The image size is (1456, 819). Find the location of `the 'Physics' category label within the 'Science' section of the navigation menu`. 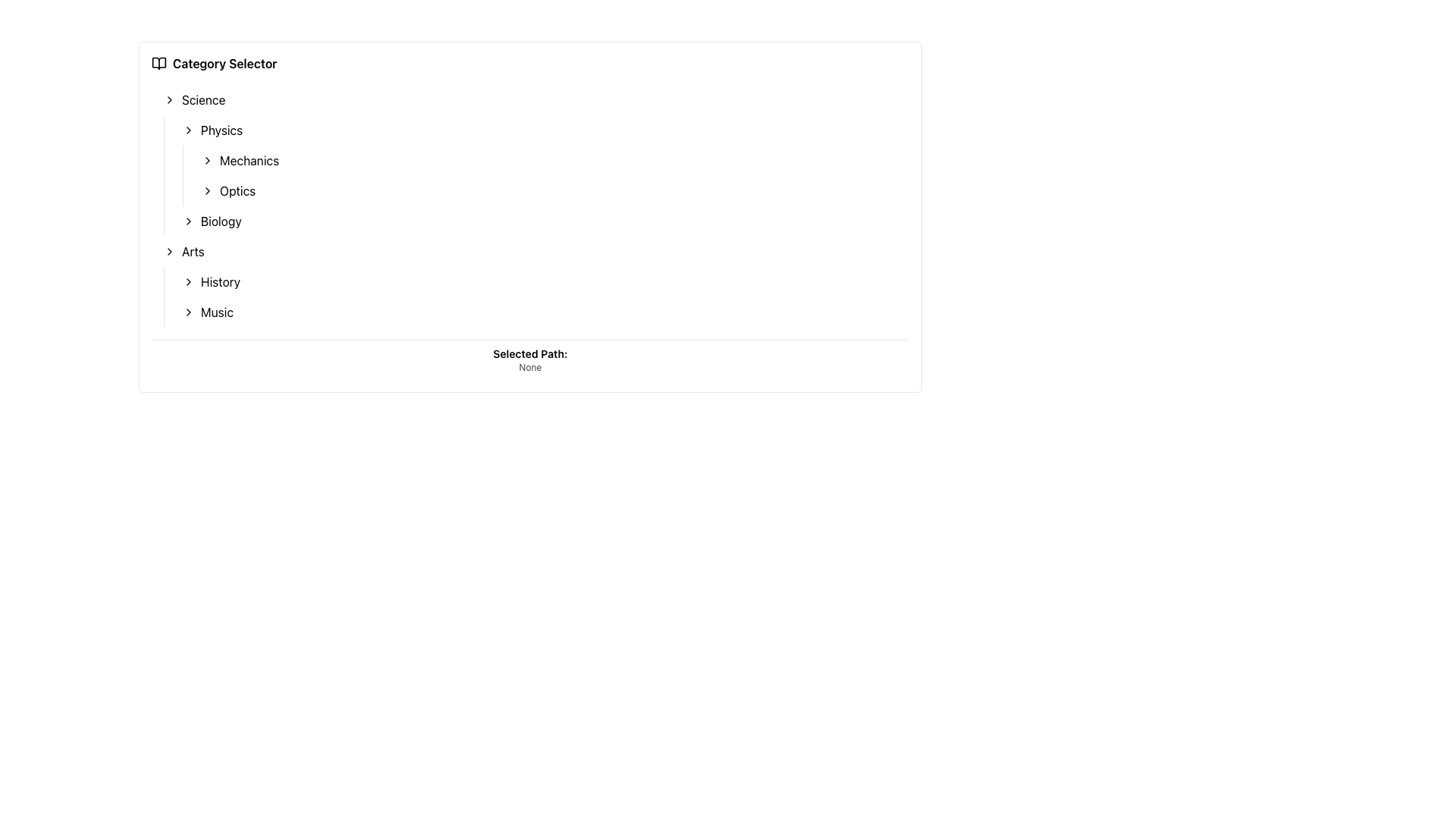

the 'Physics' category label within the 'Science' section of the navigation menu is located at coordinates (221, 130).